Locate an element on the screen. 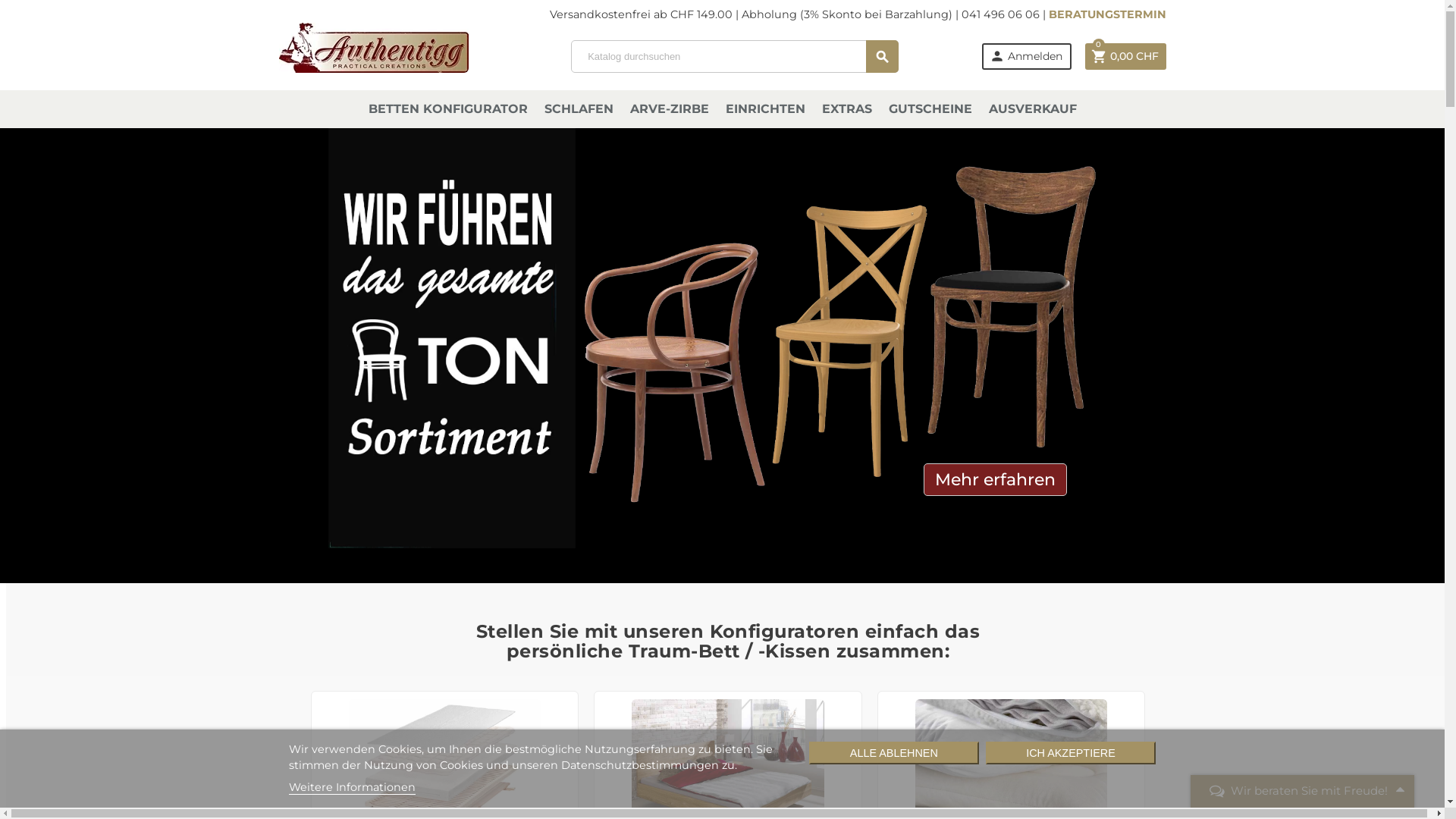 Image resolution: width=1456 pixels, height=819 pixels. 'AUSVERKAUF' is located at coordinates (1032, 108).